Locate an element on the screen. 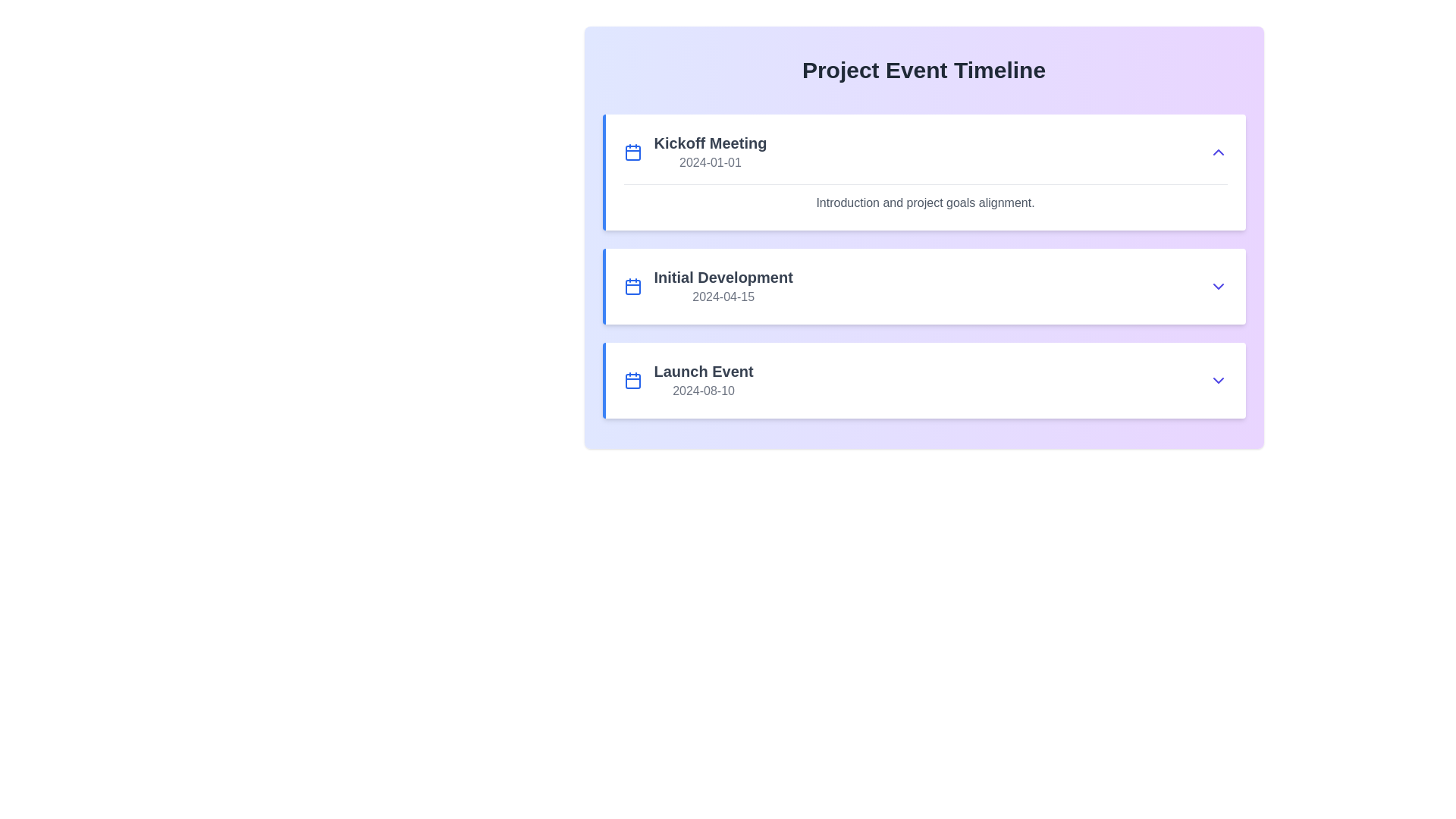  the dropdown toggle button, which is a small, downward-facing chevron icon with a blue outline, located next to the text 'Initial Development' and the date '2024-04-15' in the 'Project Event Timeline' interface is located at coordinates (1218, 287).